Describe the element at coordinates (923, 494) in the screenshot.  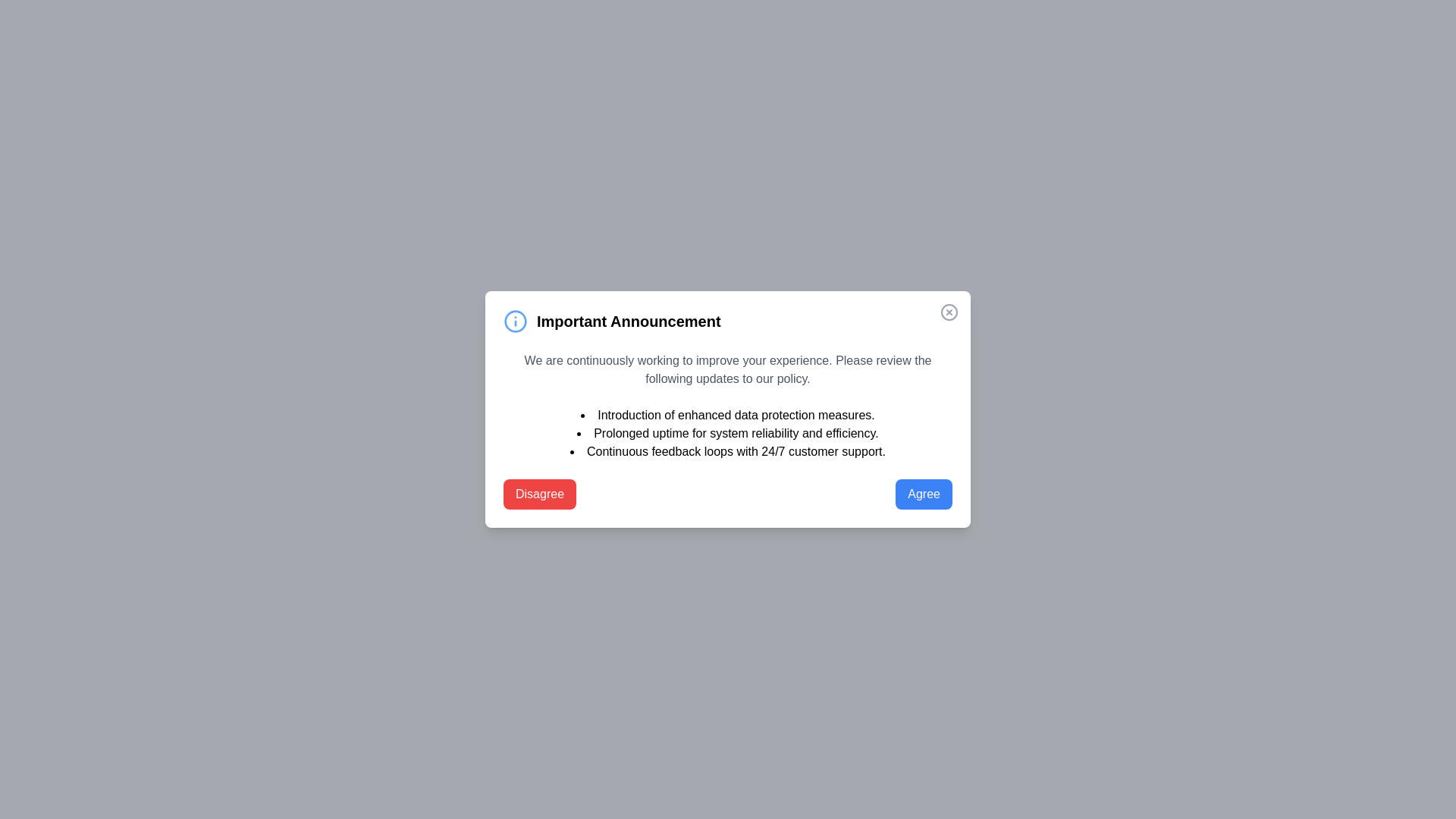
I see `the 'Agree' button to agree with the statement` at that location.